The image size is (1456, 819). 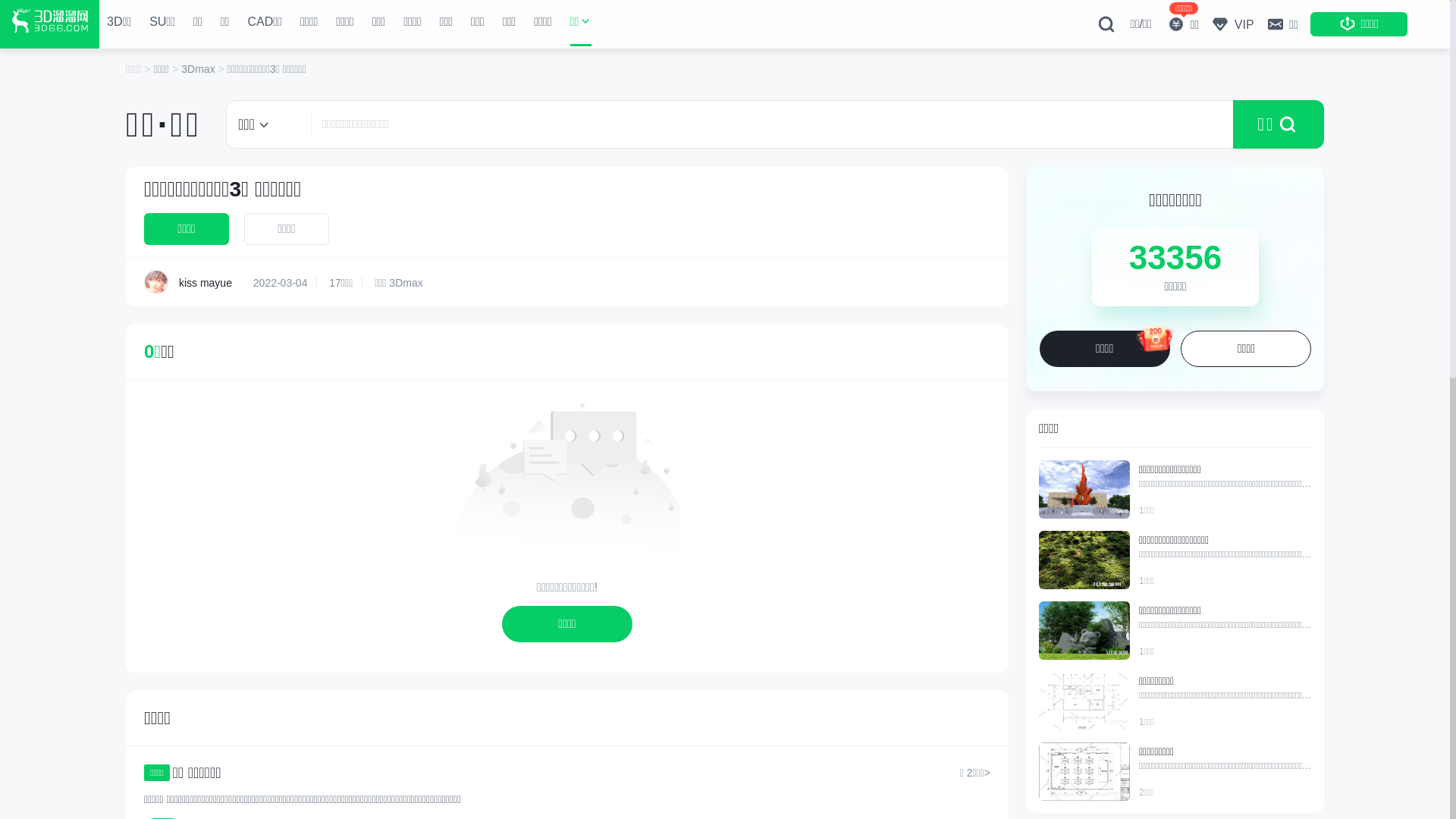 I want to click on '3Dmax', so click(x=199, y=69).